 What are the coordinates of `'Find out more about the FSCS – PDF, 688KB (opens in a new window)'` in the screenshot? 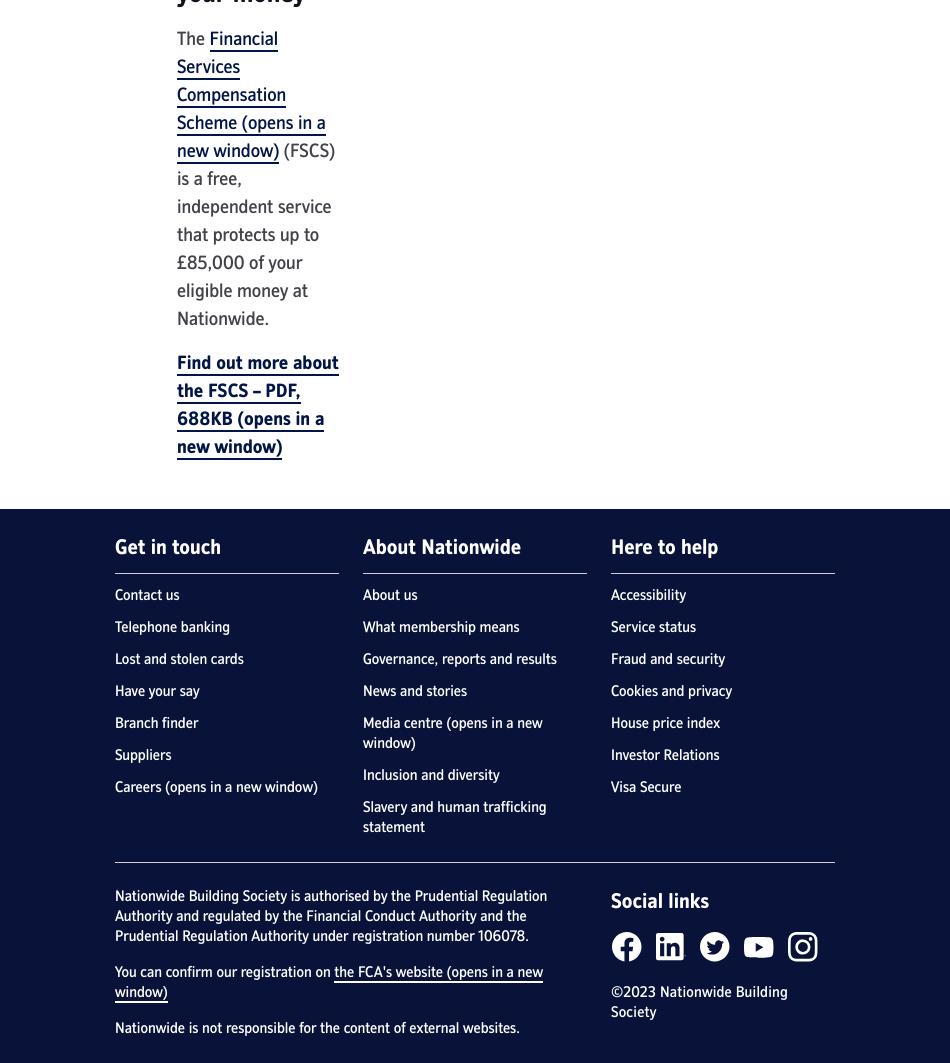 It's located at (256, 405).